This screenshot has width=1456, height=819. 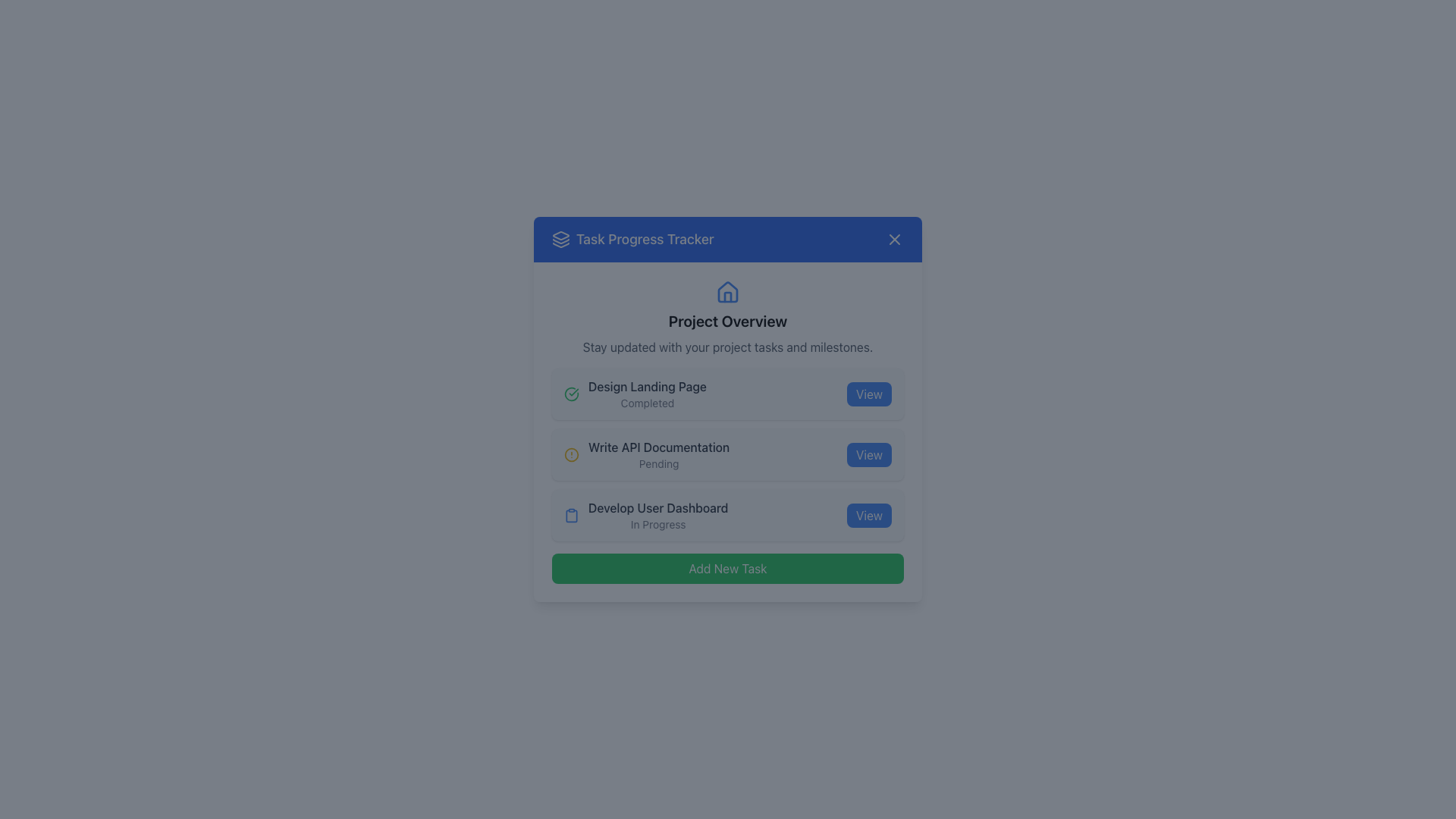 What do you see at coordinates (560, 239) in the screenshot?
I see `the decorative SVG icon styled as a stack of three overlapping layers, which is positioned in the modal box's header section to the left of the text 'Task Progress Tracker'` at bounding box center [560, 239].